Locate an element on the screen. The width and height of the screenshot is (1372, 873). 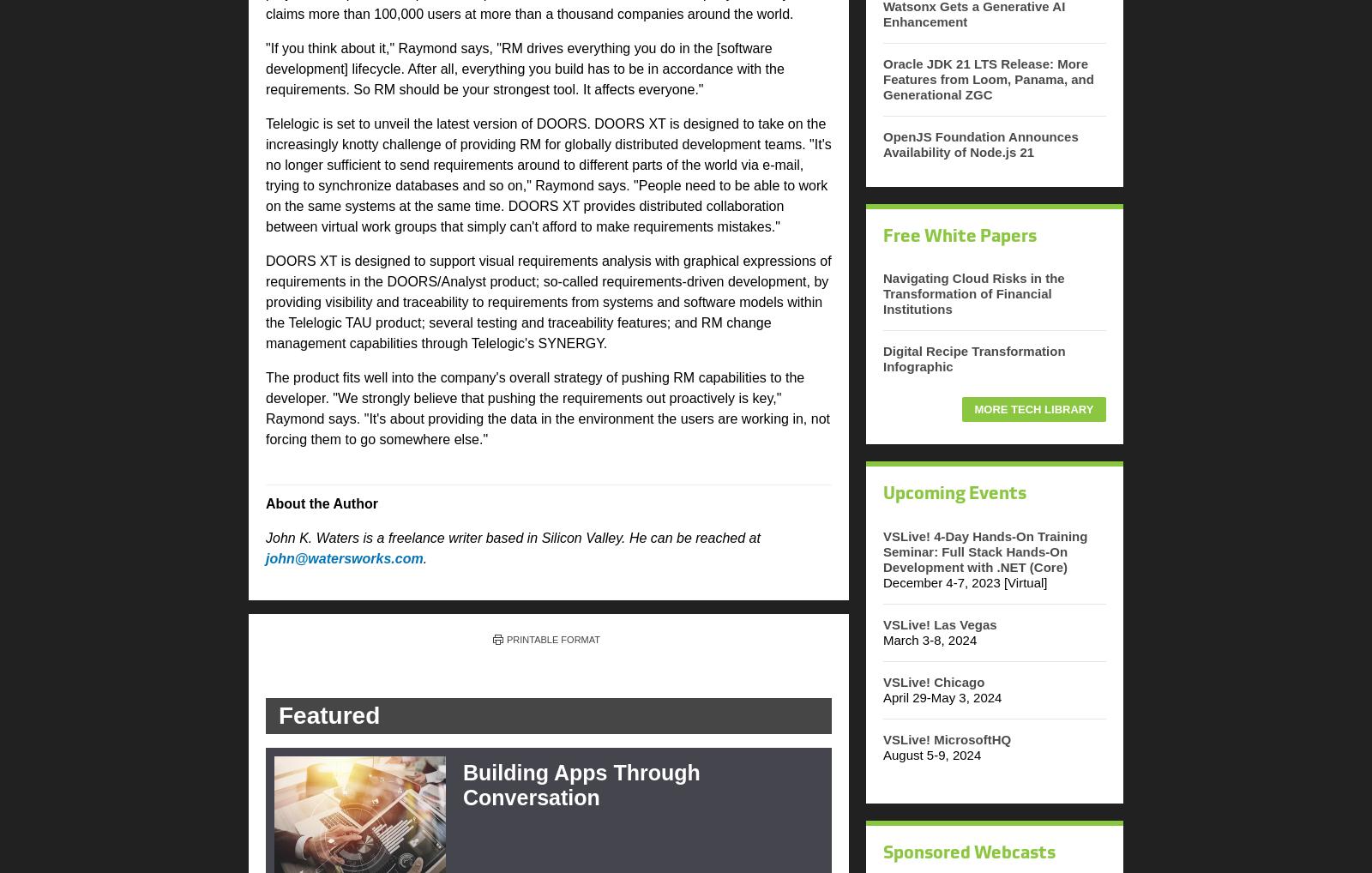
'About the Author' is located at coordinates (322, 503).